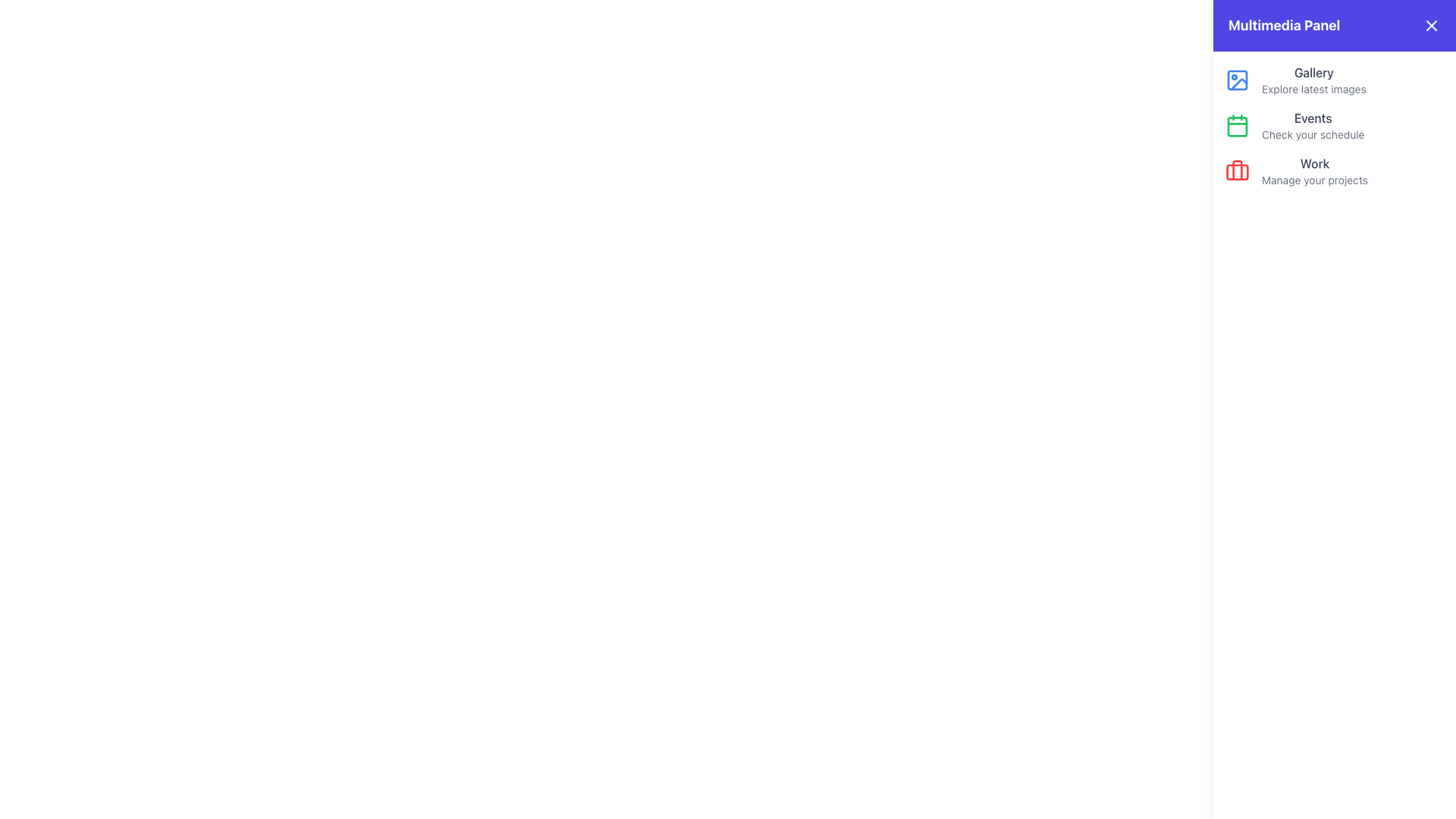  I want to click on the close button located in the upper-right corner of the 'Multimedia Panel', so click(1430, 26).